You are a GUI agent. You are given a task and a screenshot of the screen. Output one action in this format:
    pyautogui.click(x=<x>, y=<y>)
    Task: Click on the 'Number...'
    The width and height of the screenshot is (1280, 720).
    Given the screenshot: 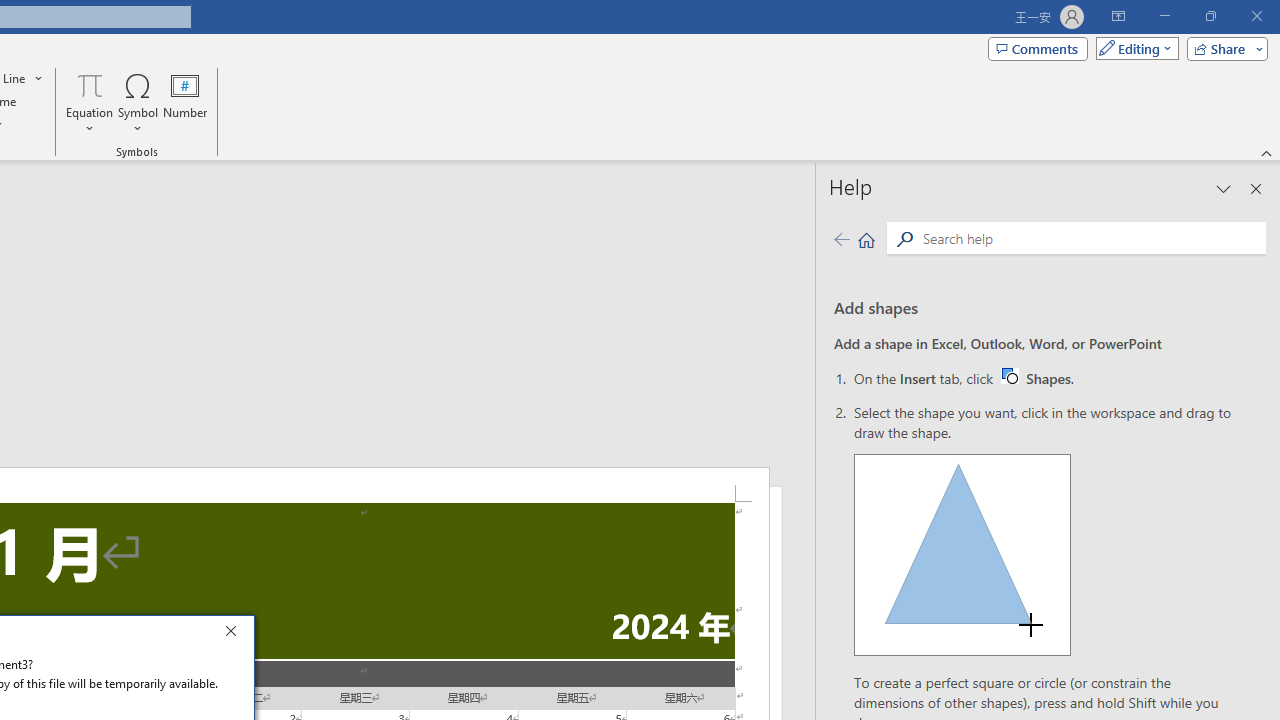 What is the action you would take?
    pyautogui.click(x=185, y=103)
    